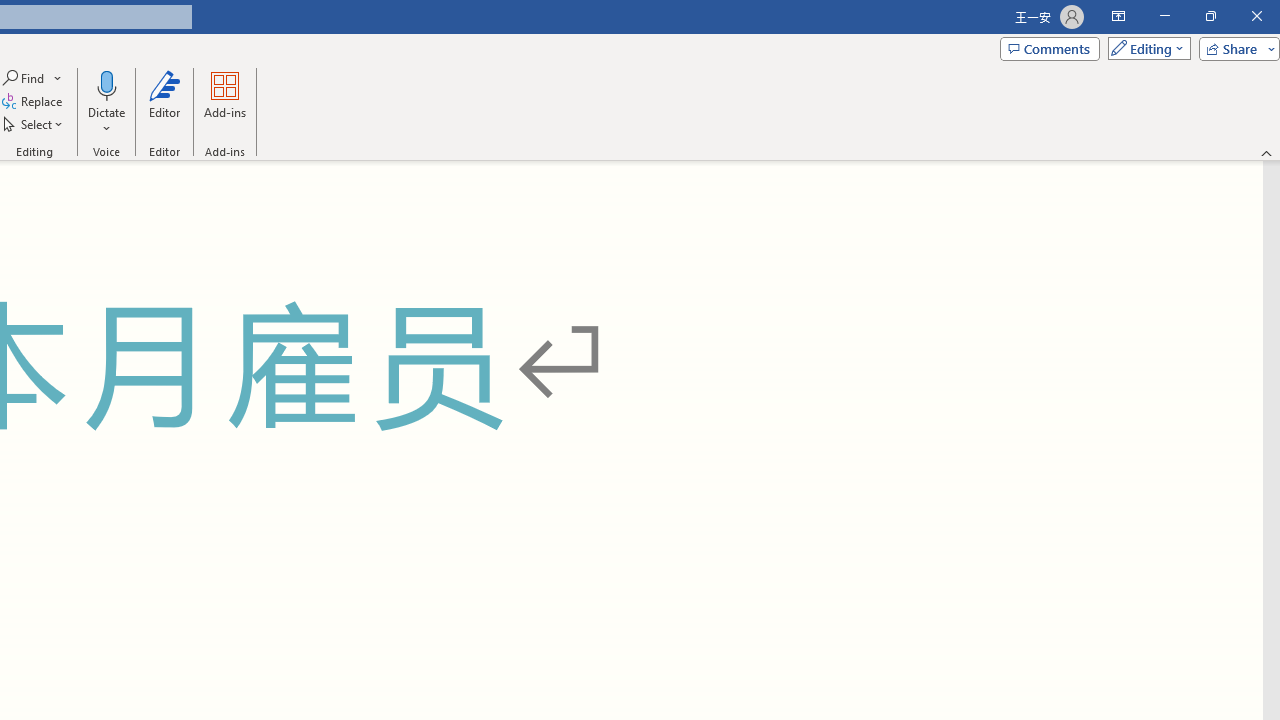 The width and height of the screenshot is (1280, 720). What do you see at coordinates (105, 103) in the screenshot?
I see `'Dictate'` at bounding box center [105, 103].